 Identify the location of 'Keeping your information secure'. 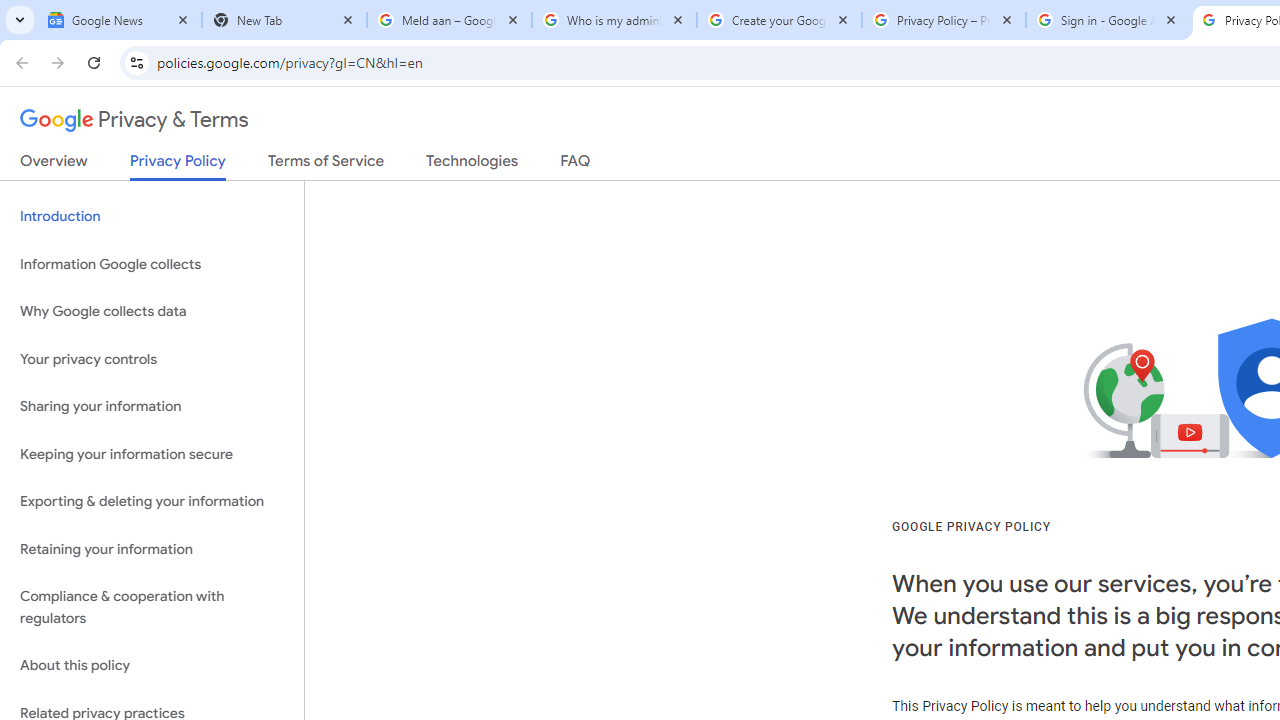
(151, 454).